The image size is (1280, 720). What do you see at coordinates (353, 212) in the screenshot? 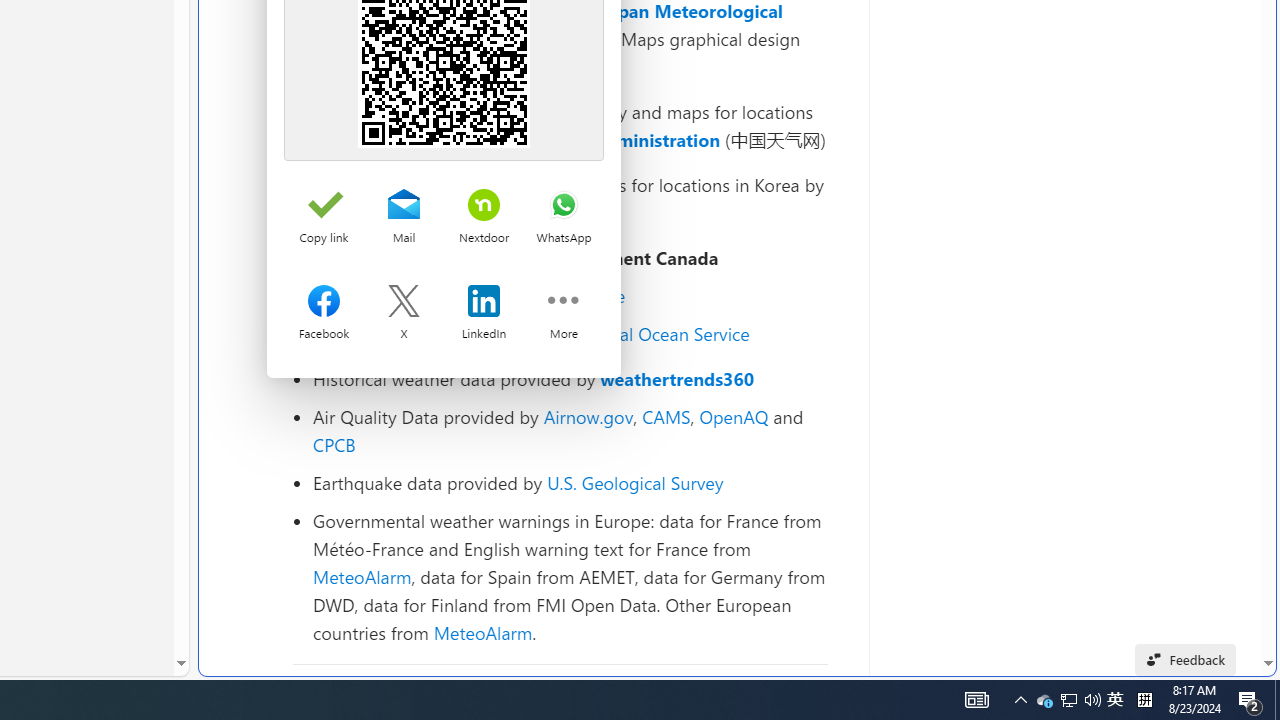
I see `'Kweather'` at bounding box center [353, 212].